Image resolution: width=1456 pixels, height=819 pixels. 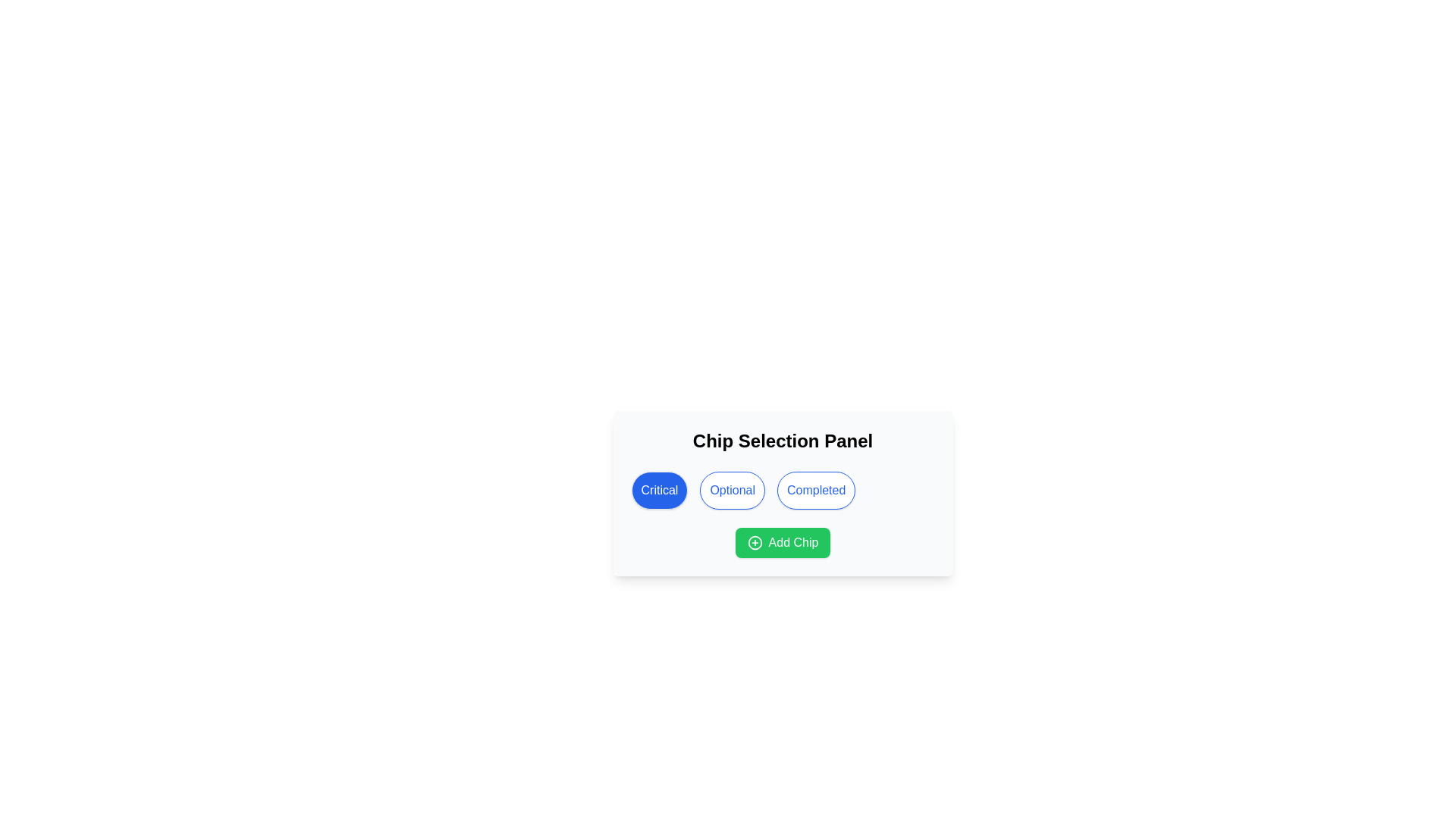 What do you see at coordinates (659, 491) in the screenshot?
I see `the chip labeled Critical` at bounding box center [659, 491].